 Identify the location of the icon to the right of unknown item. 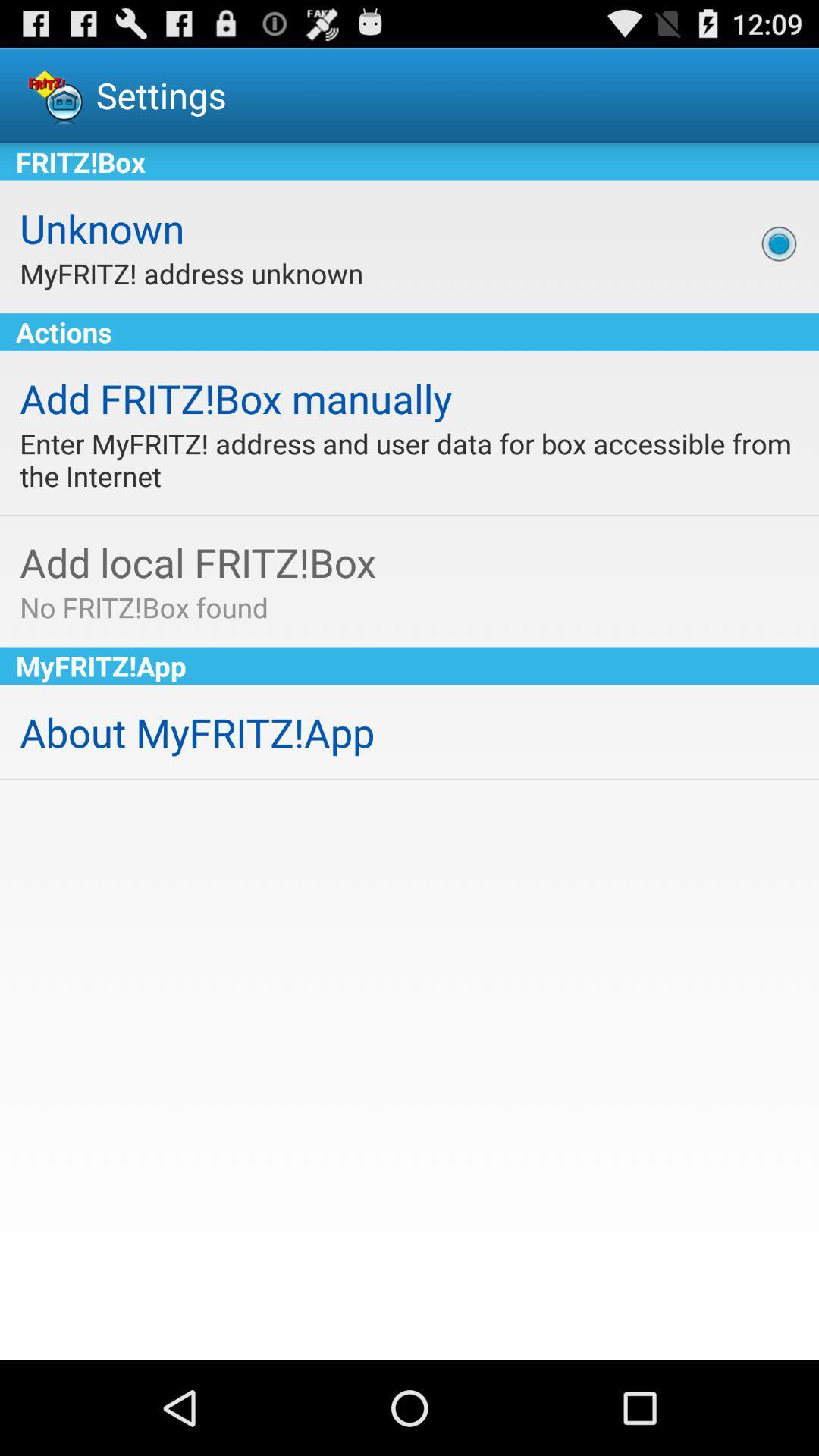
(779, 243).